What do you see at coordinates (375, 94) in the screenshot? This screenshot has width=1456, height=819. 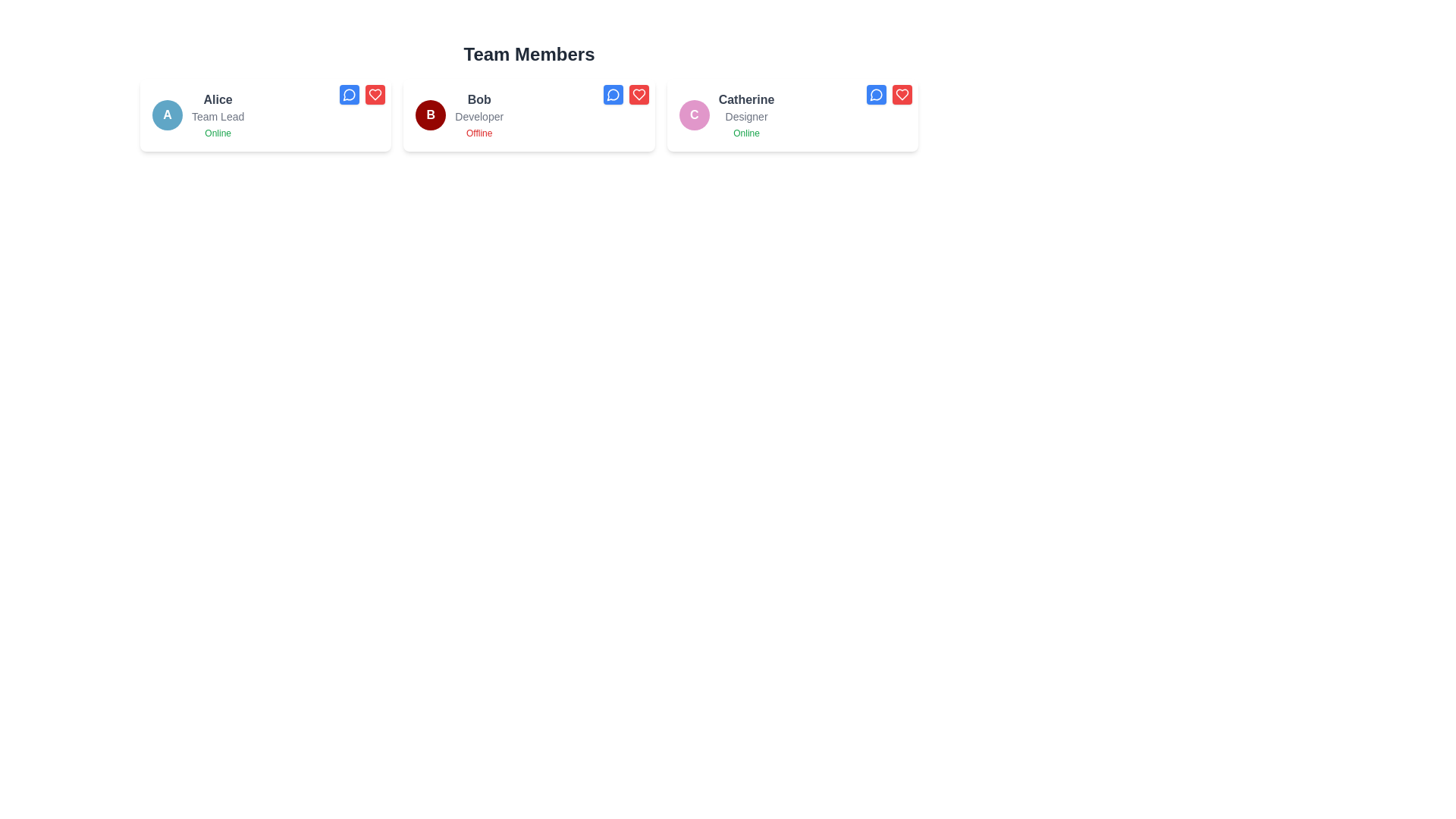 I see `the heart-shaped button with a red background located in the top-right corner of the card for 'Alice - Team Lead - Online'` at bounding box center [375, 94].